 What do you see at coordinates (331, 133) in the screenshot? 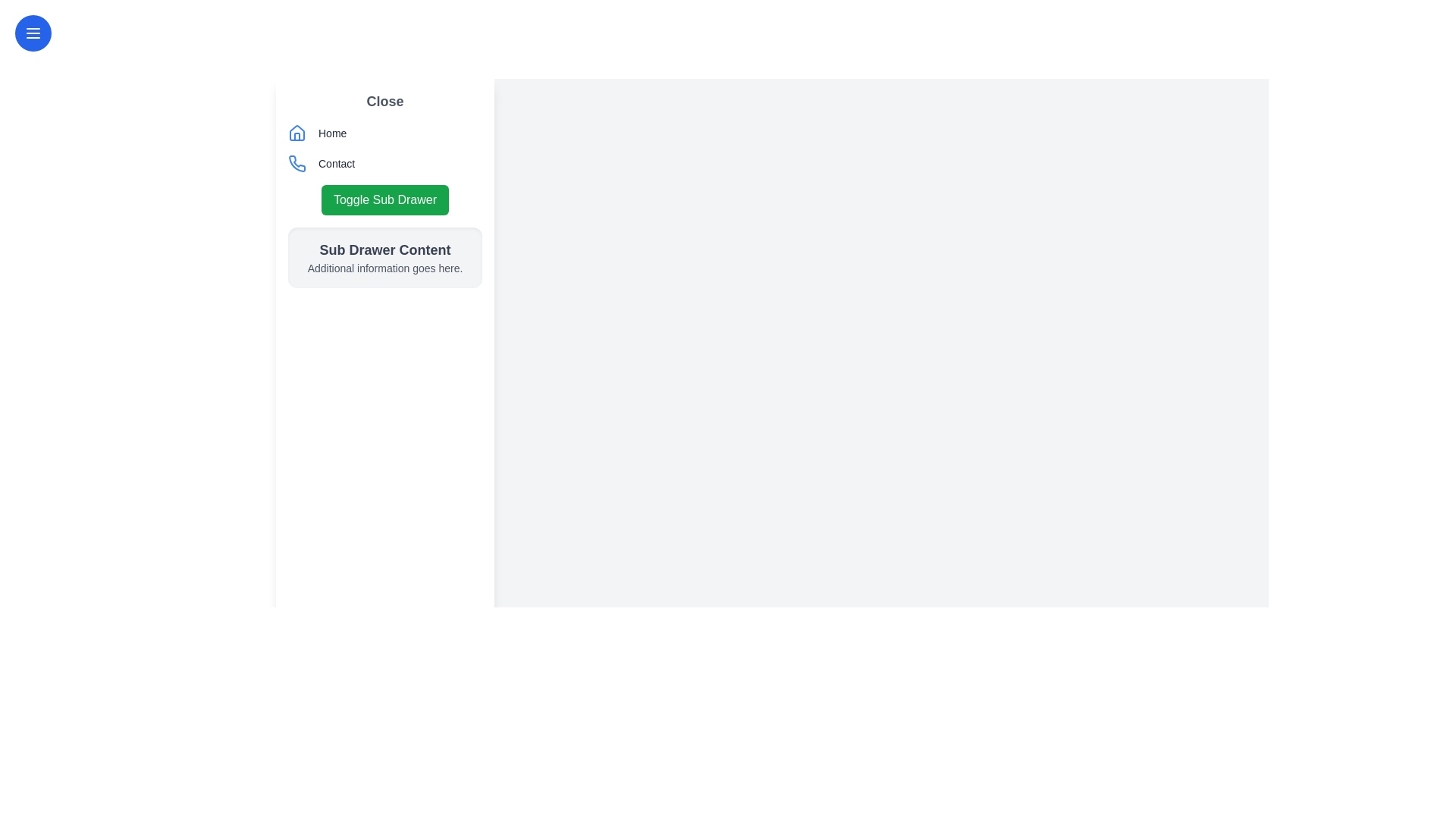
I see `the navigational label indicating the 'Home' section located to the right of the house icon in the left sidebar` at bounding box center [331, 133].